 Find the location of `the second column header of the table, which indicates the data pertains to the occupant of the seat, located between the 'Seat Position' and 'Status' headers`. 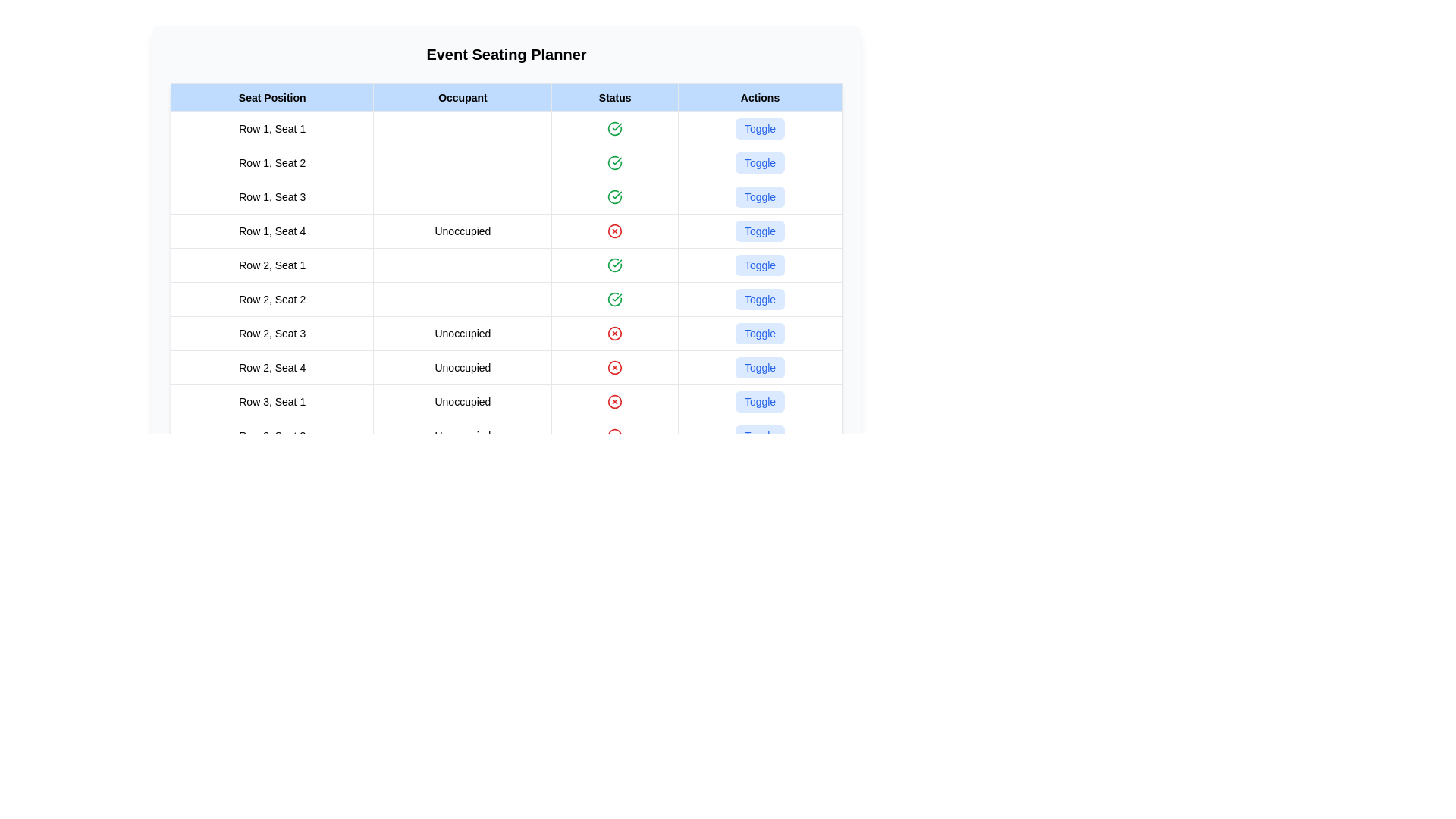

the second column header of the table, which indicates the data pertains to the occupant of the seat, located between the 'Seat Position' and 'Status' headers is located at coordinates (462, 97).